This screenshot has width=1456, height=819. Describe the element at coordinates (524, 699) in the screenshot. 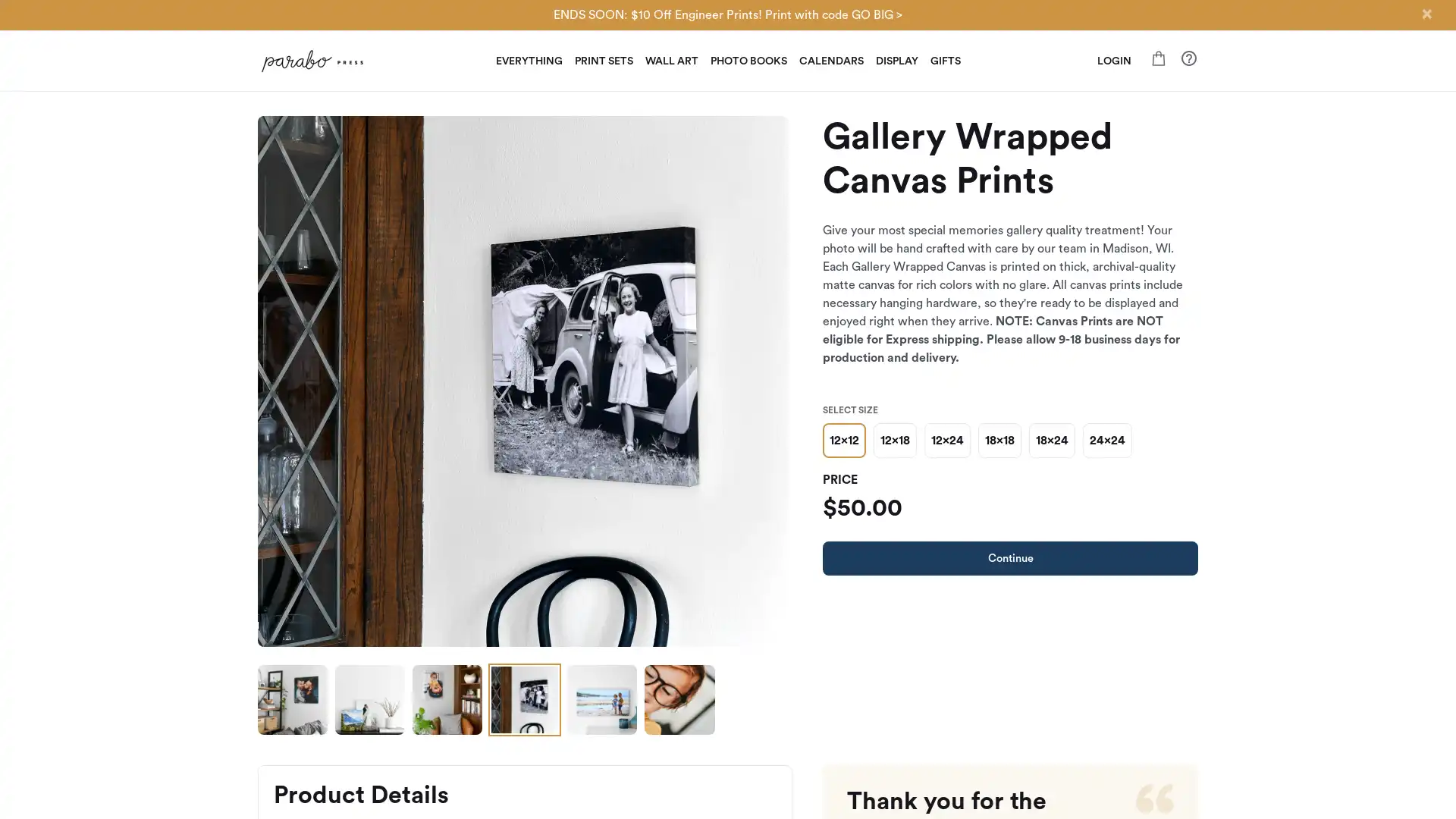

I see `slide dot` at that location.